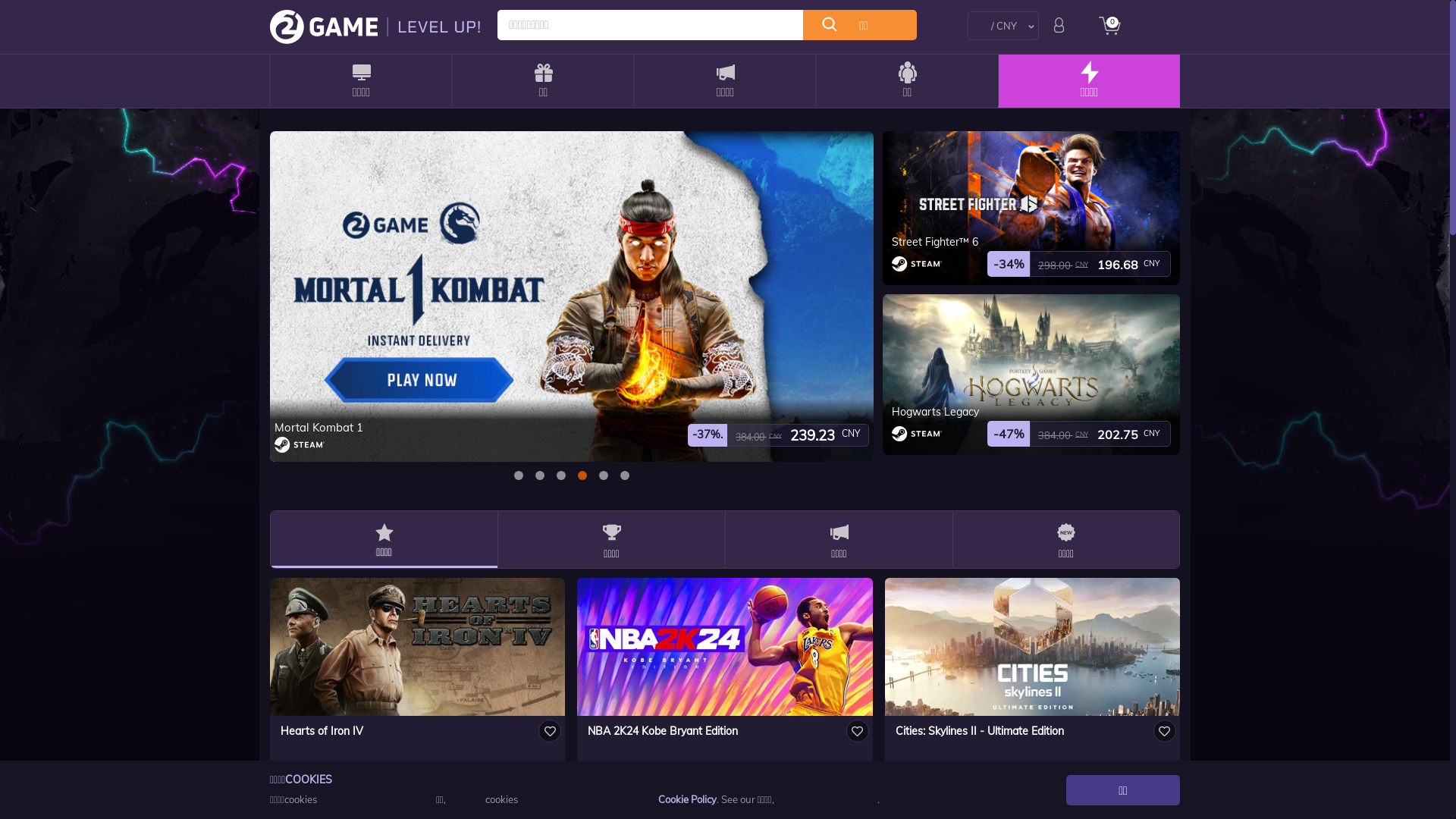  I want to click on 'Cookie Policy', so click(686, 798).